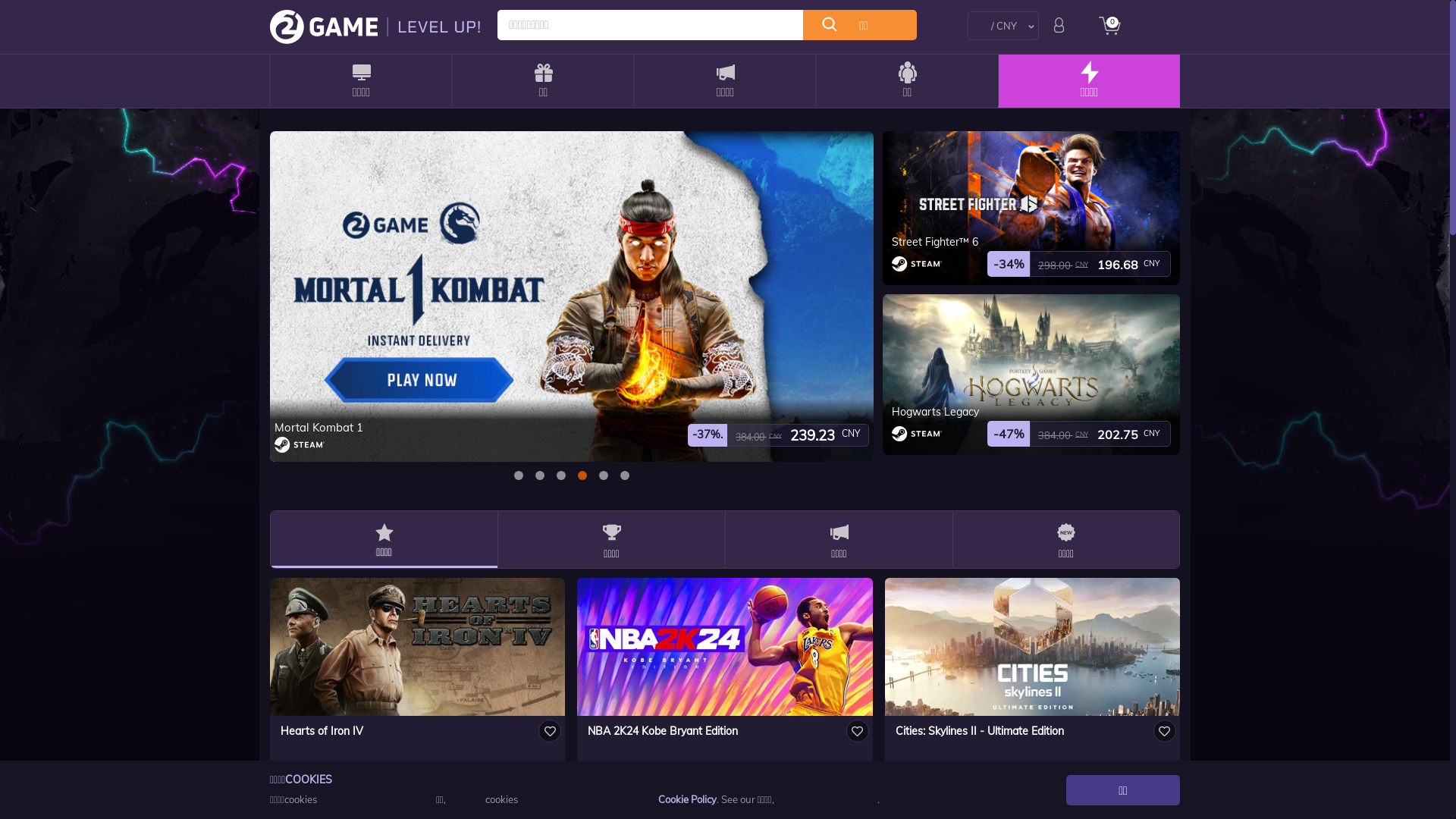  I want to click on 'Cookie Policy', so click(686, 798).